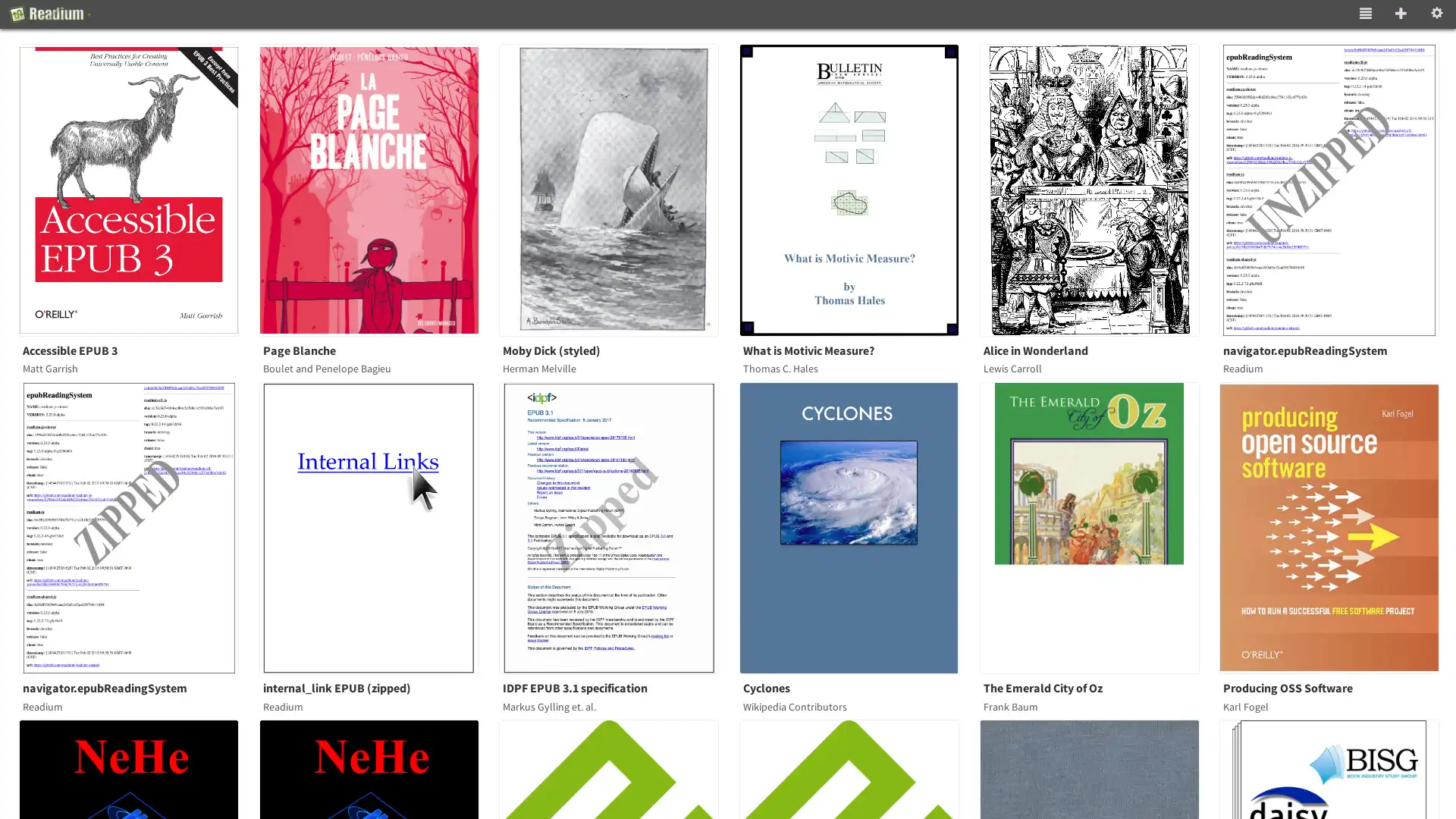 This screenshot has height=819, width=1456. I want to click on Settings [o], so click(1436, 14).